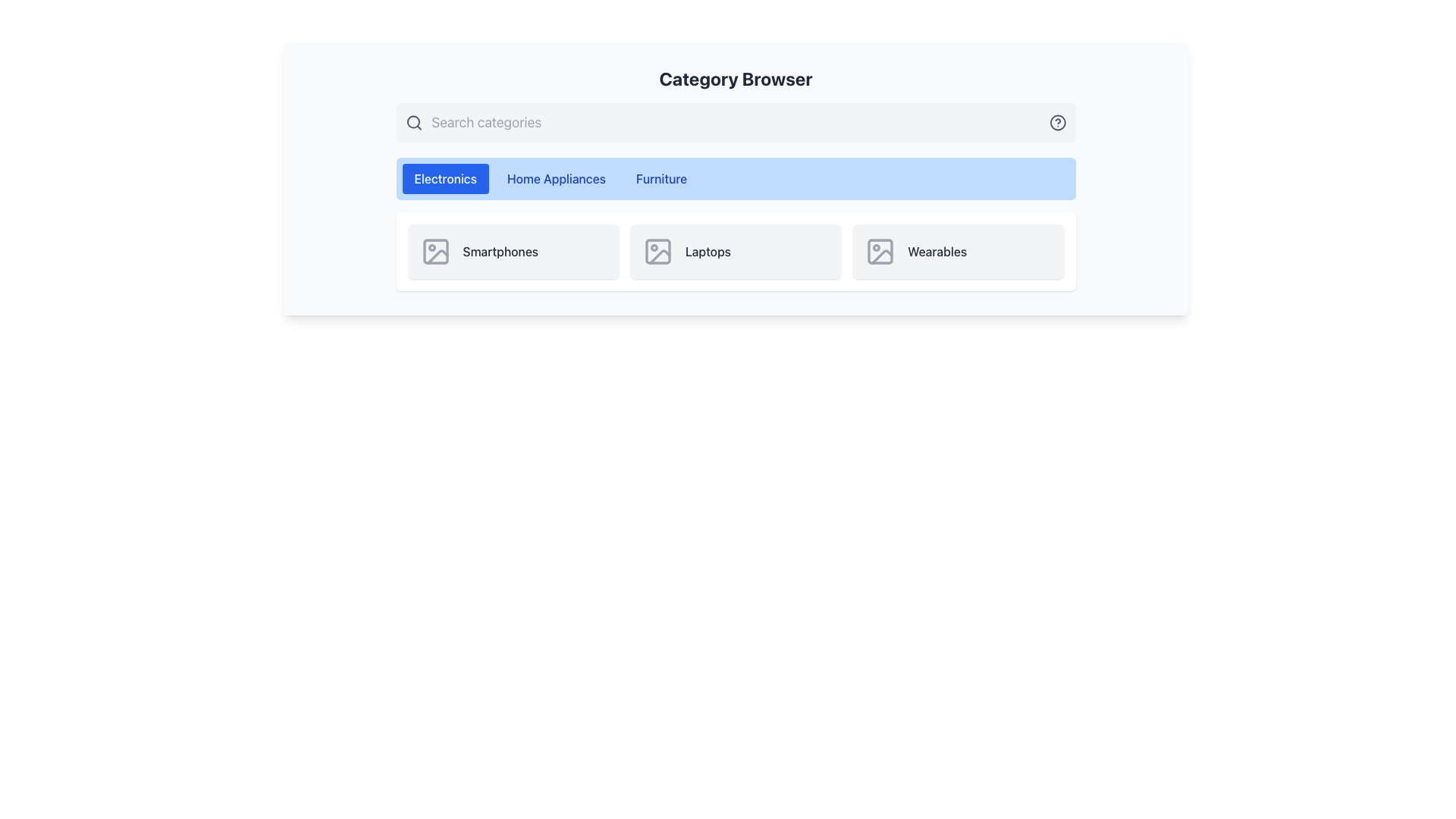 The image size is (1456, 819). What do you see at coordinates (707, 250) in the screenshot?
I see `the 'Laptops' category text label, which is the second option in the horizontally aligned list of categories under the 'Electronics' tab` at bounding box center [707, 250].